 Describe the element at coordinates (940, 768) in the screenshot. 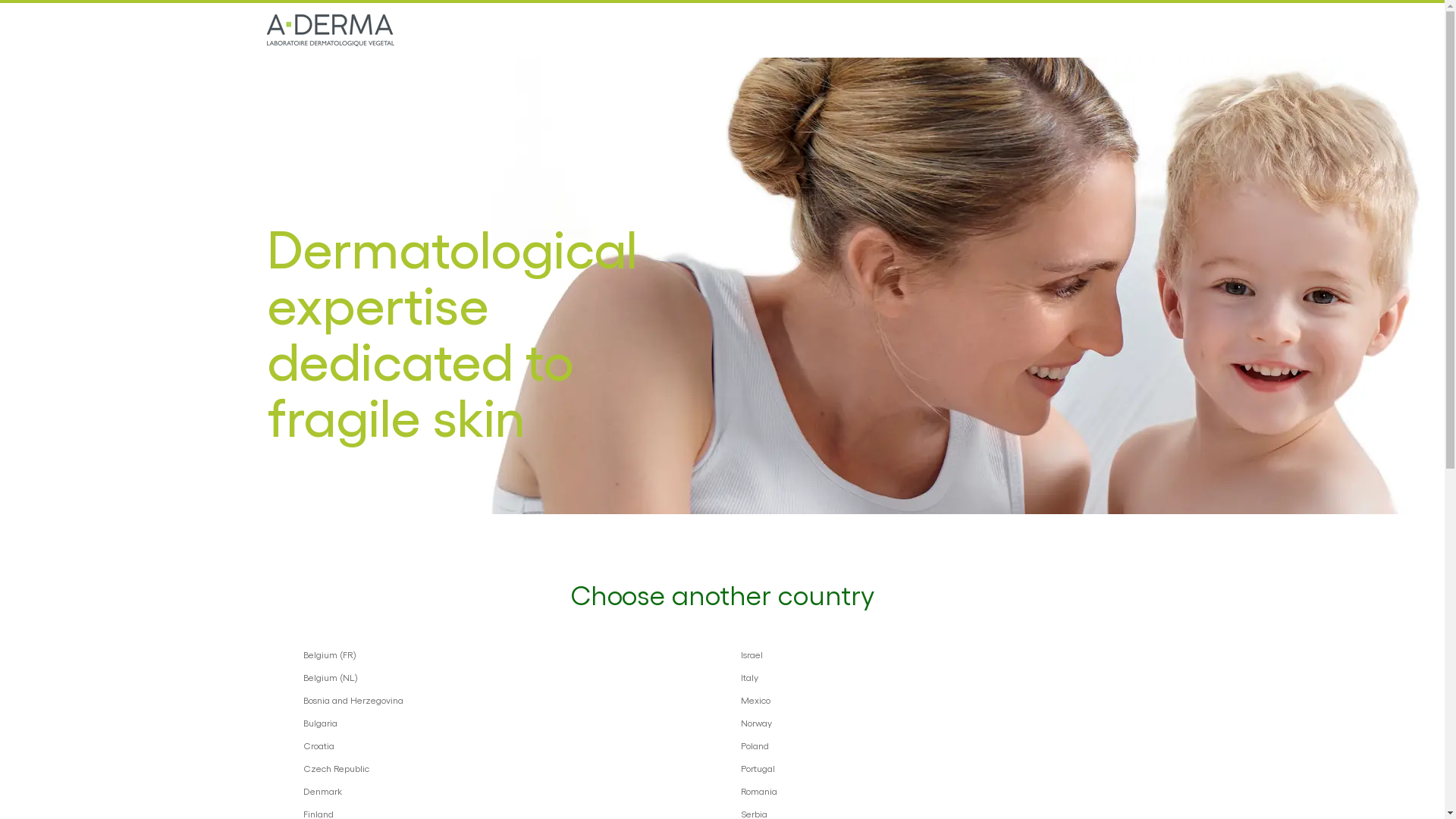

I see `'Portugal'` at that location.